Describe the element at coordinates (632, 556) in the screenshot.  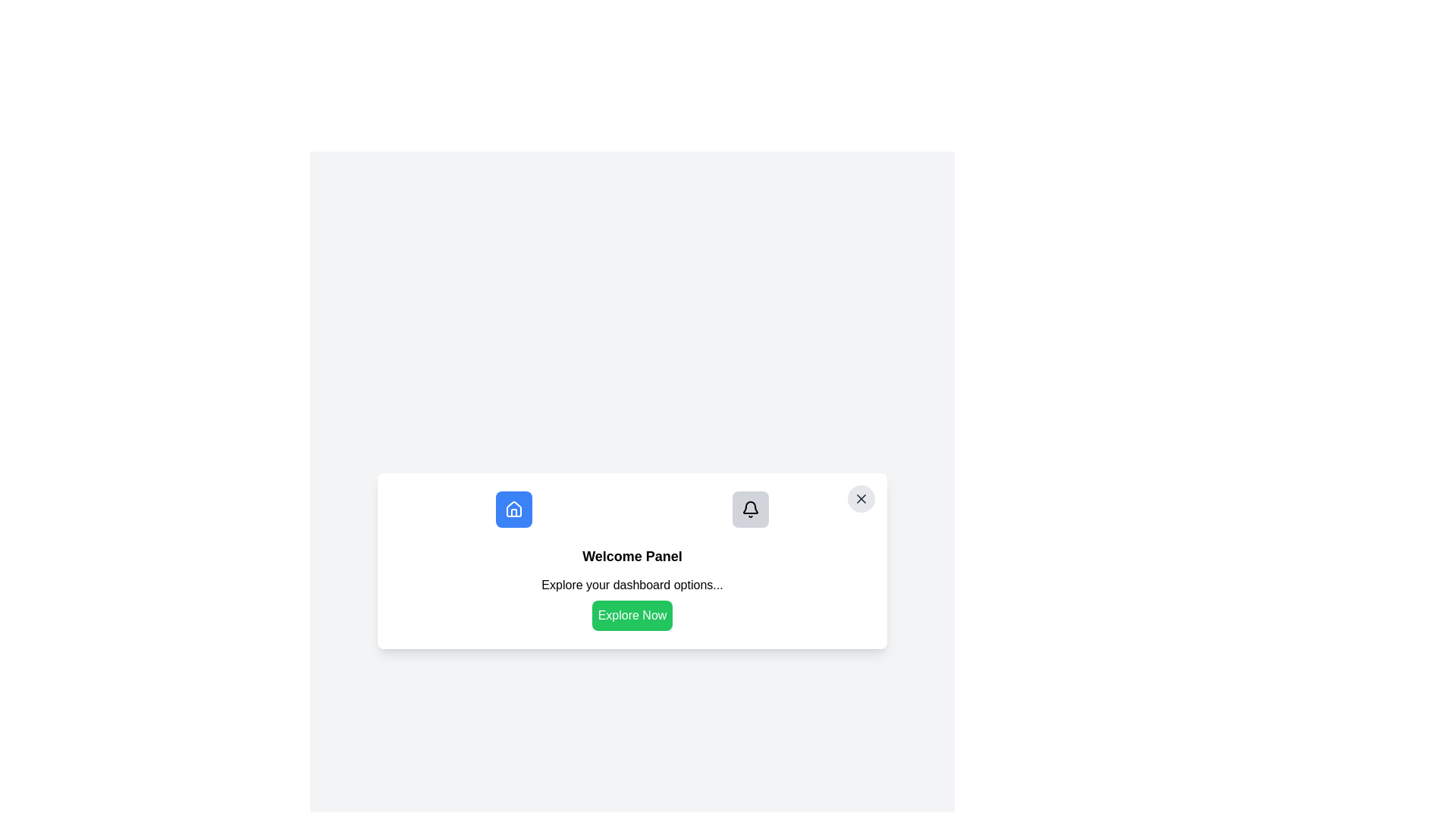
I see `text of the Text Header located at the center of the panel, which serves as the heading for the section` at that location.